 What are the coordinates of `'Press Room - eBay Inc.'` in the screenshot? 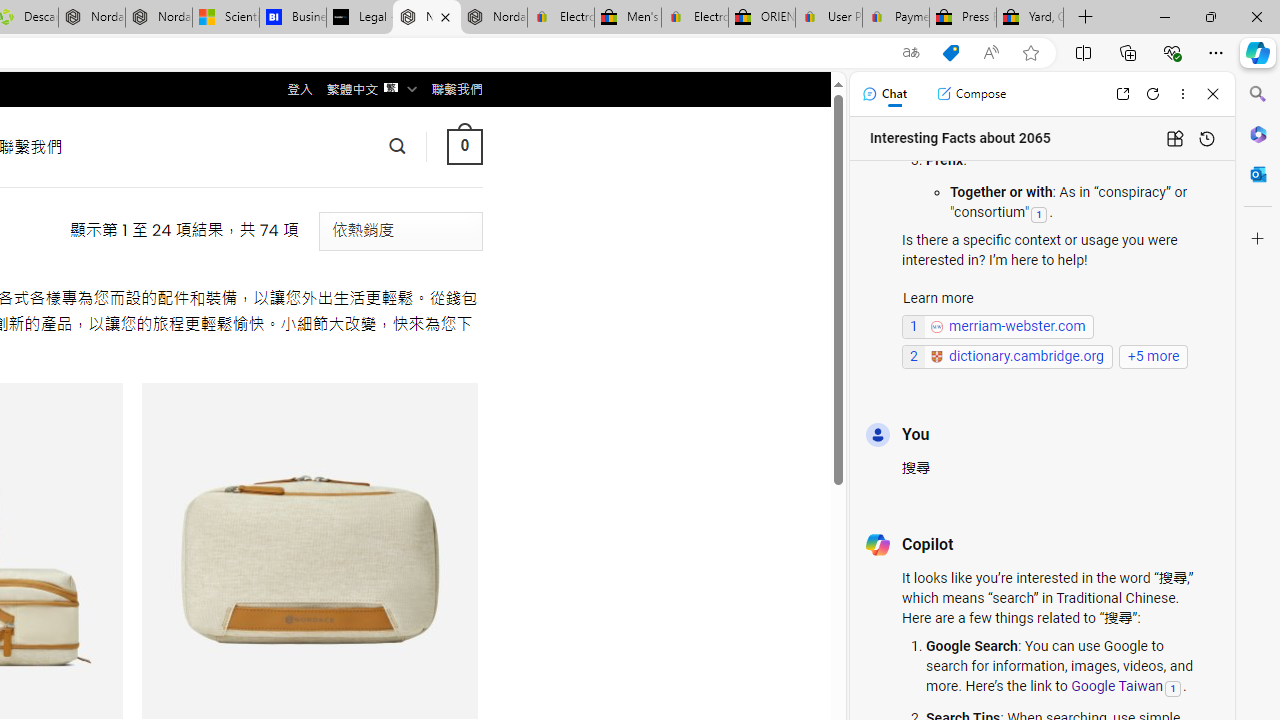 It's located at (963, 17).